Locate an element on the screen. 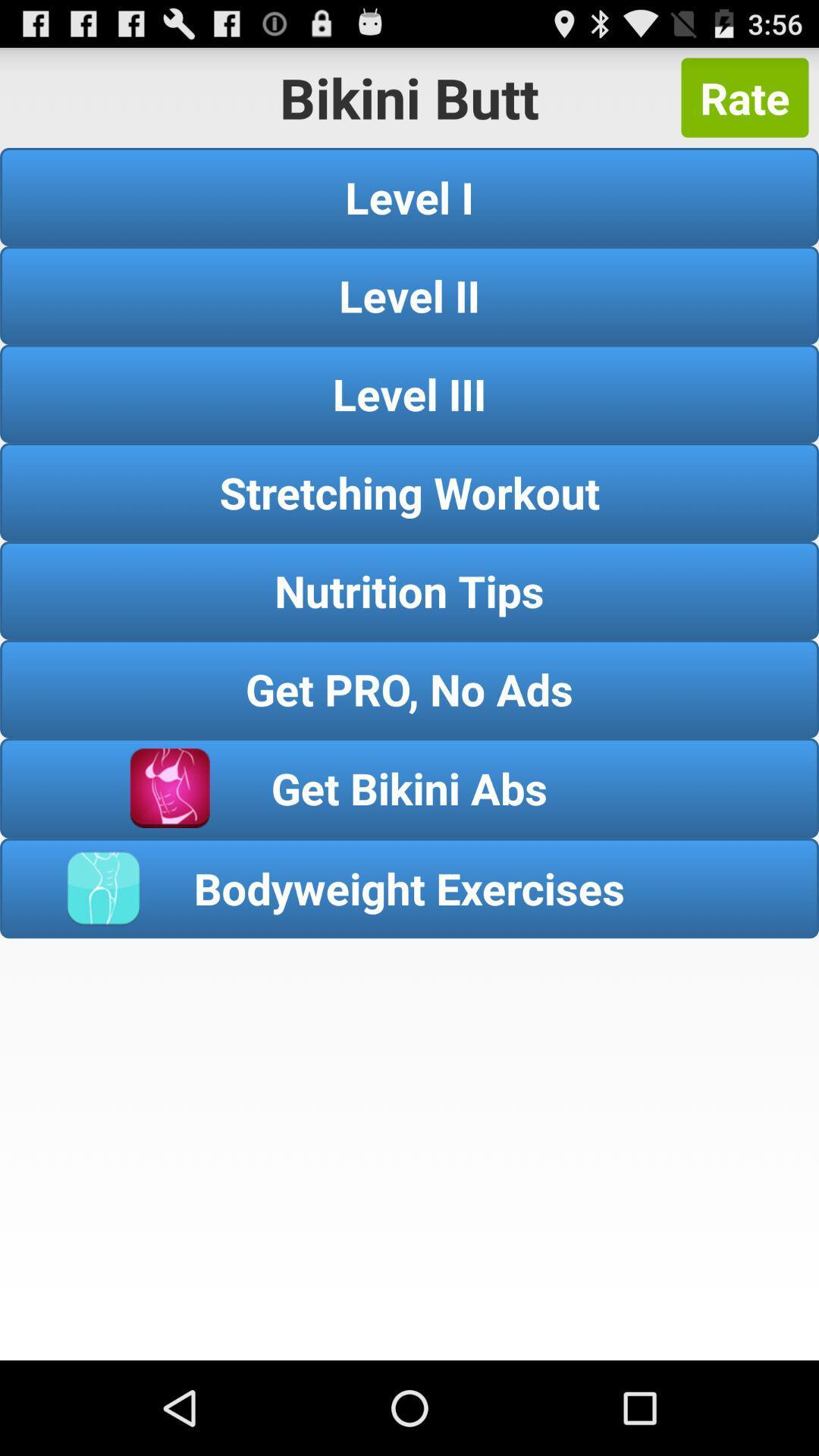 The height and width of the screenshot is (1456, 819). the item above the stretching workout item is located at coordinates (409, 394).